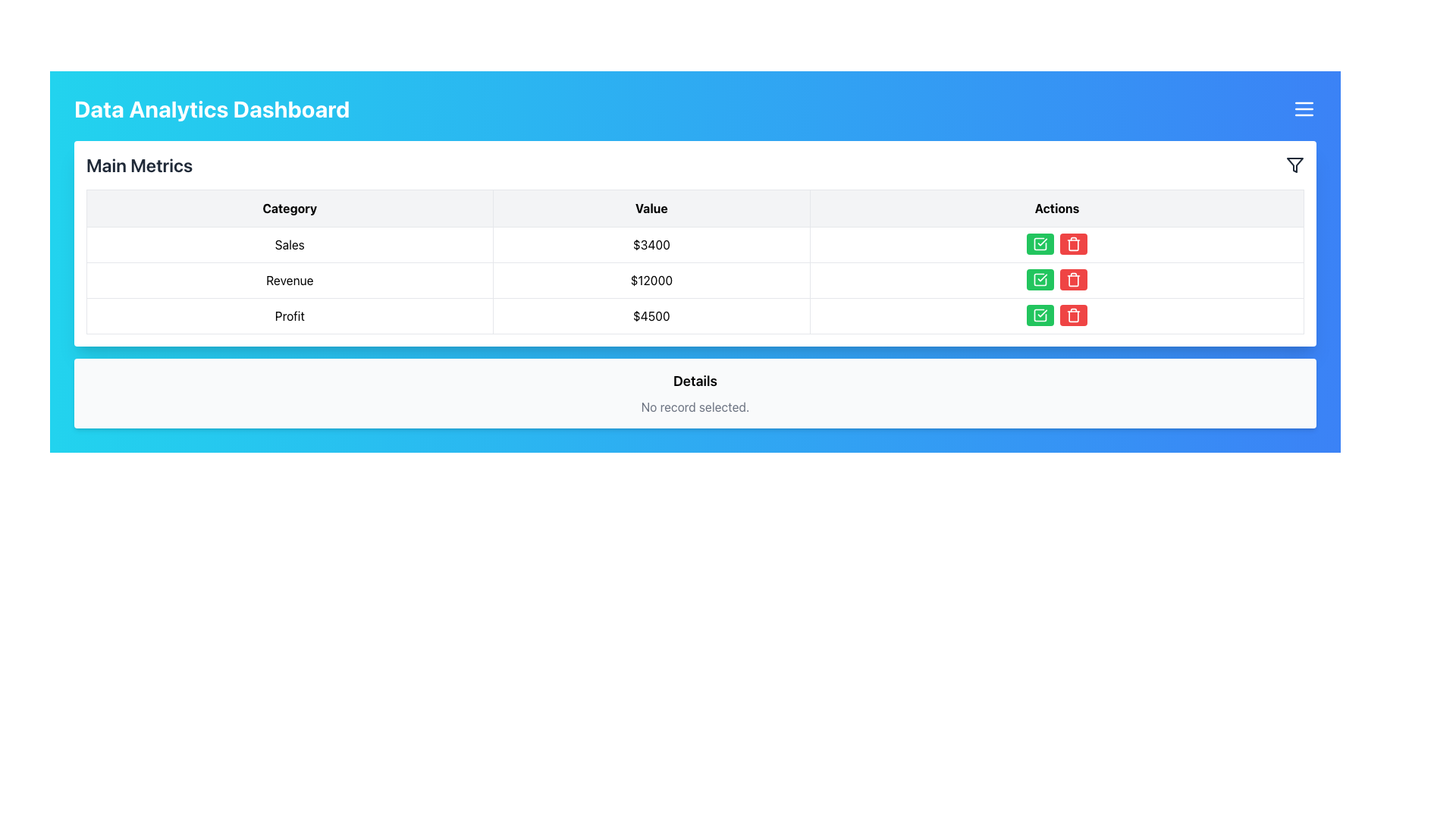 This screenshot has height=819, width=1456. What do you see at coordinates (1073, 315) in the screenshot?
I see `the delete icon in the 'Actions' column of the data table` at bounding box center [1073, 315].